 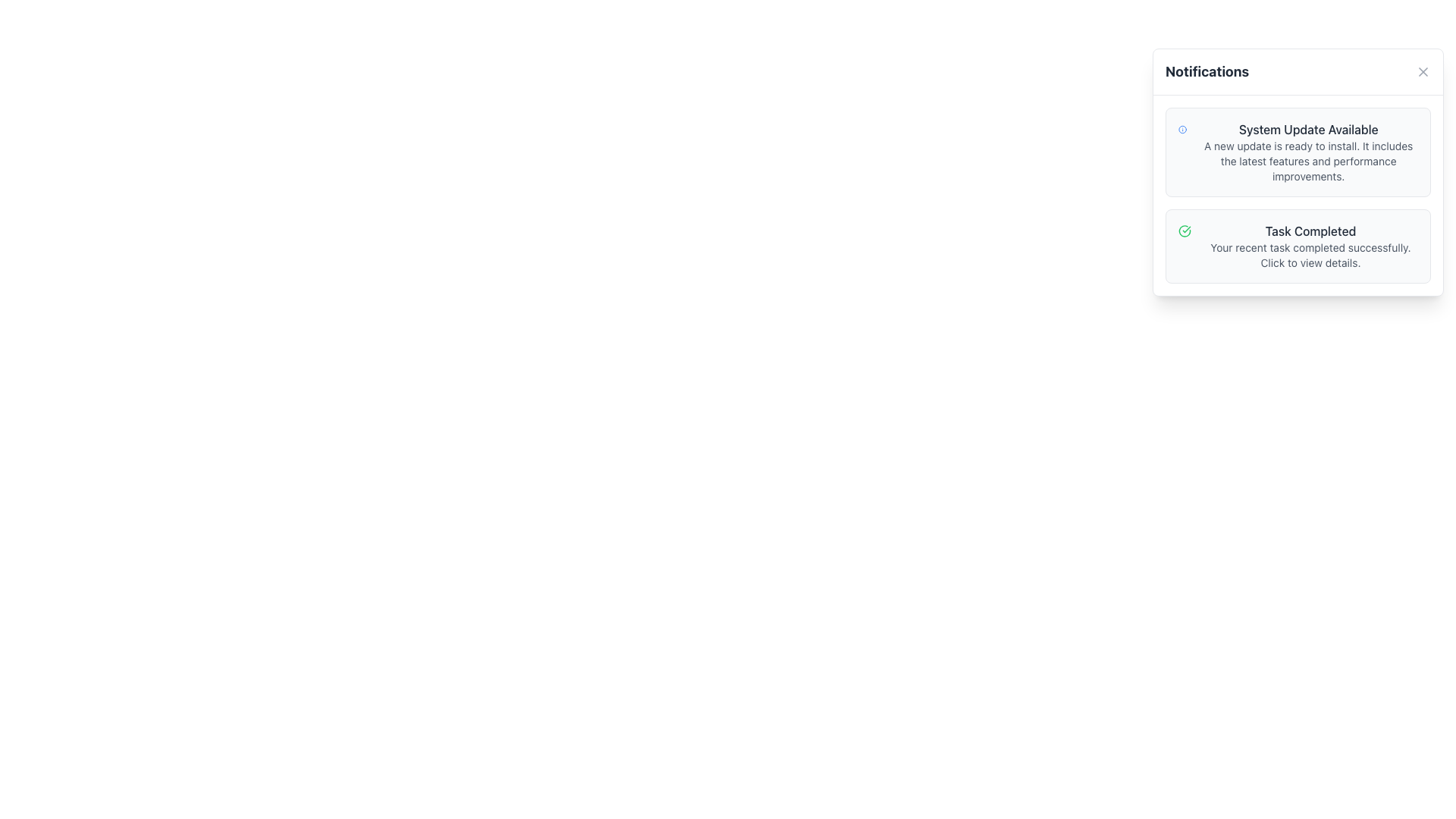 I want to click on the task completion icon located, so click(x=1184, y=231).